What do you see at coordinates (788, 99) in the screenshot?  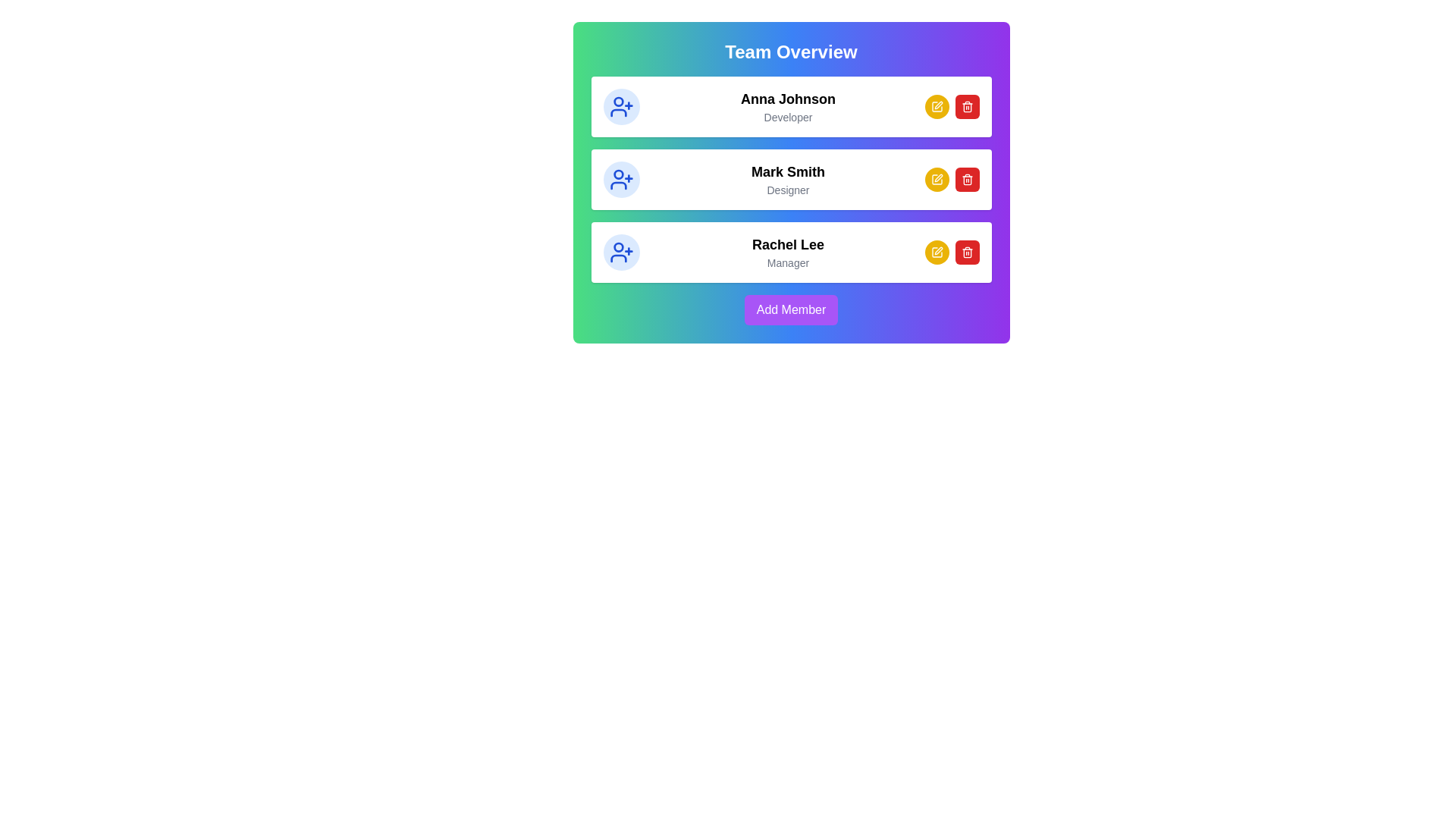 I see `the text element that identifies the individual 'Anna Johnson' within the list of members, which is located at the top section of the vertical list, above the text 'Developer'` at bounding box center [788, 99].